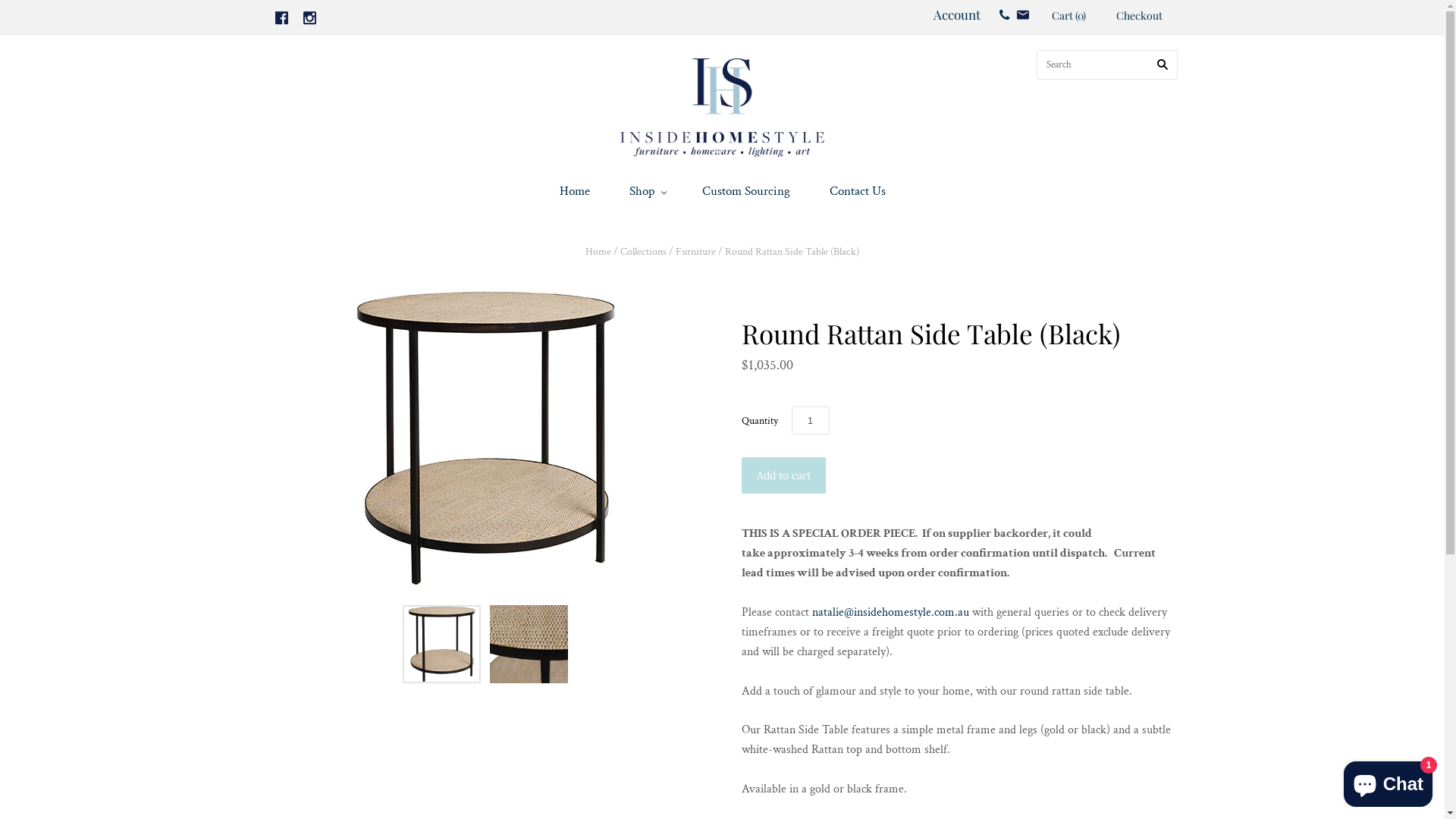 The image size is (1456, 819). Describe the element at coordinates (1339, 780) in the screenshot. I see `'Shopify online store chat'` at that location.